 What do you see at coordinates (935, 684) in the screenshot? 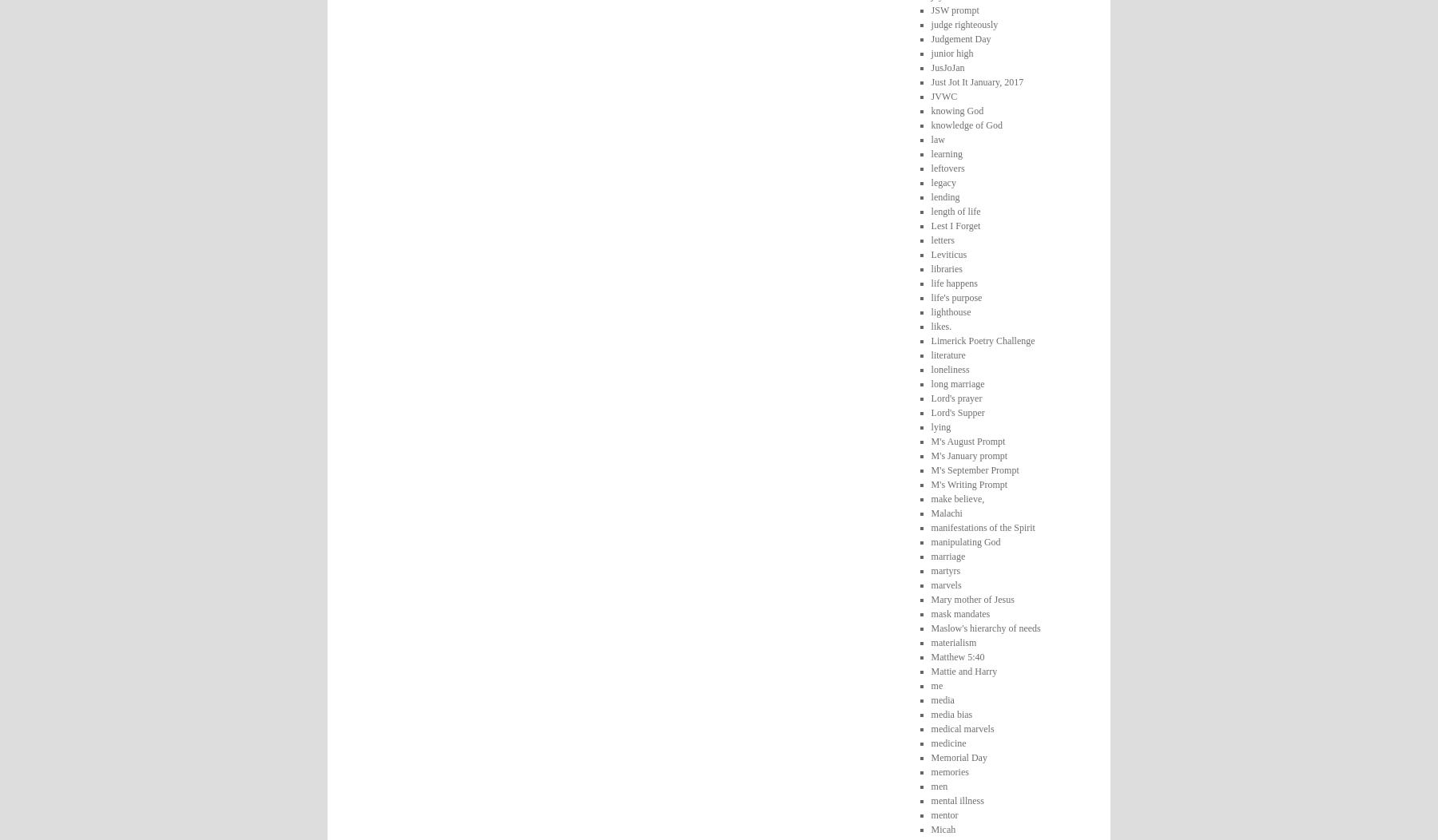
I see `'me'` at bounding box center [935, 684].